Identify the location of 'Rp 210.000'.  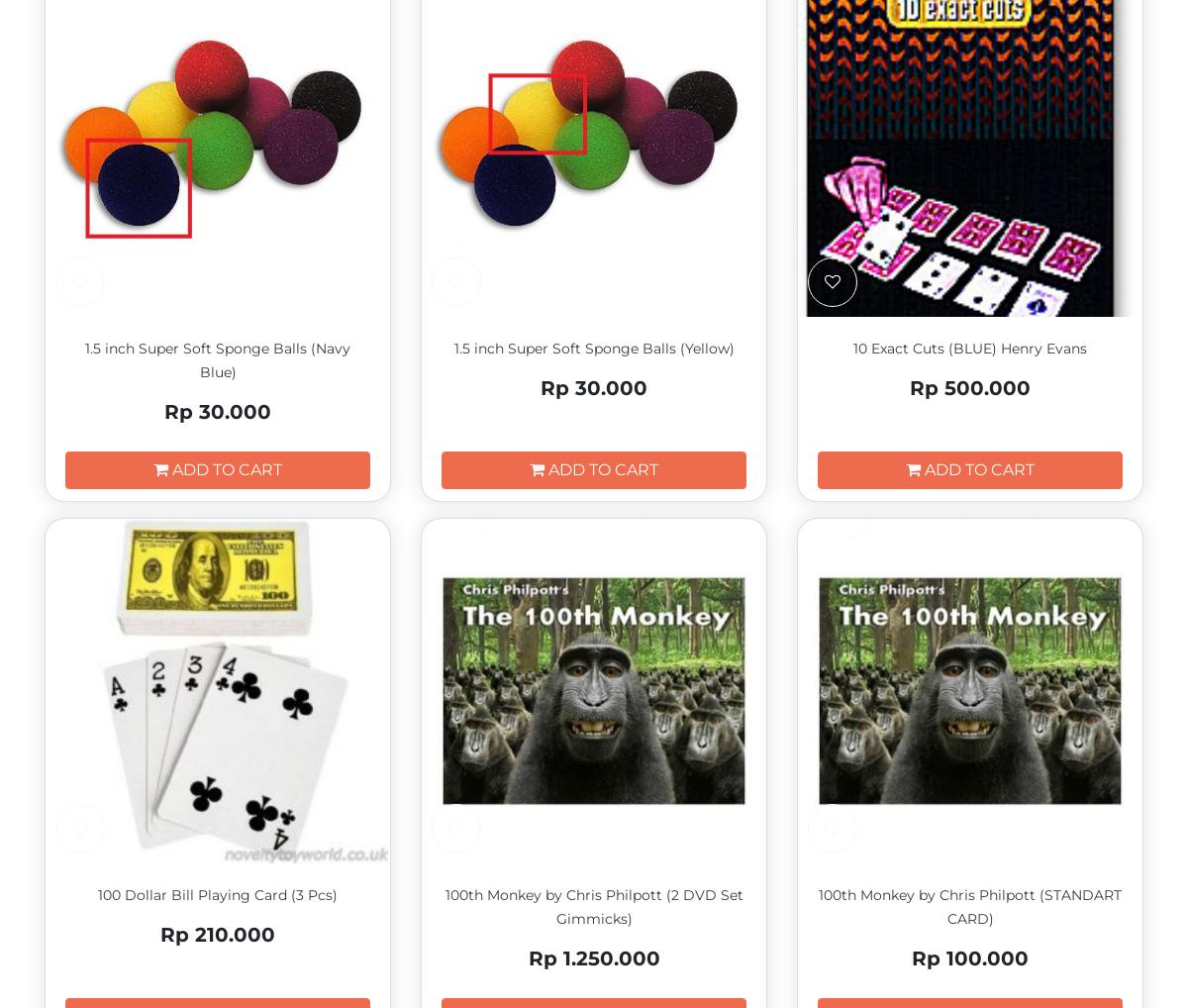
(159, 933).